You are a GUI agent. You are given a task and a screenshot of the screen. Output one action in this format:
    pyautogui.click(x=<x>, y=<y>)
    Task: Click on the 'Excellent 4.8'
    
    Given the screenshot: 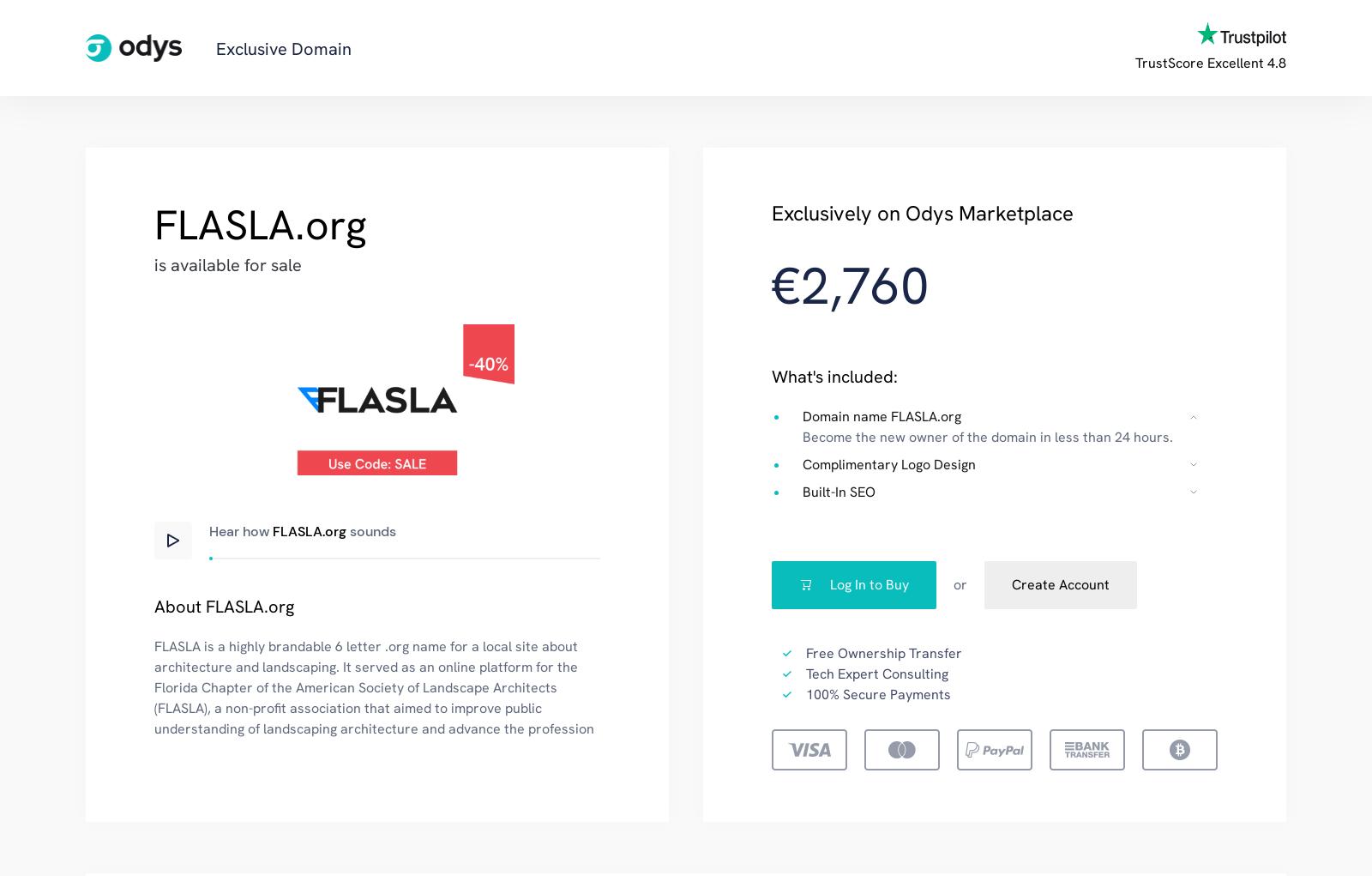 What is the action you would take?
    pyautogui.click(x=1245, y=63)
    